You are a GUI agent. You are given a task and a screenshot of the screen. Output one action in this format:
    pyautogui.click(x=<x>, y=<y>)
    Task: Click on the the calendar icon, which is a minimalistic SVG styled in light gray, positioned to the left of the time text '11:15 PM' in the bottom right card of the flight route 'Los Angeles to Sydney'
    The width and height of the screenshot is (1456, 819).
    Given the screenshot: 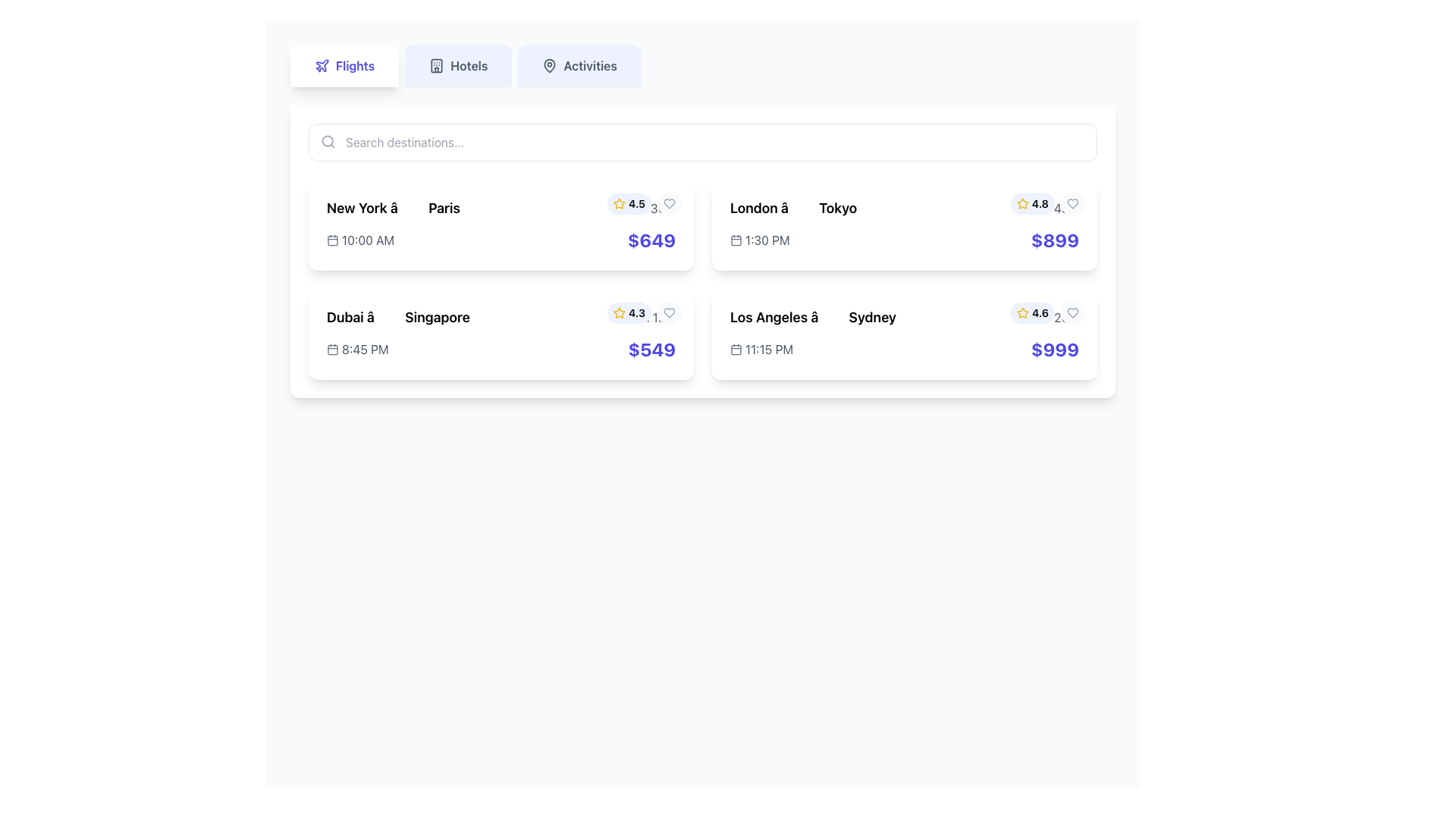 What is the action you would take?
    pyautogui.click(x=736, y=350)
    